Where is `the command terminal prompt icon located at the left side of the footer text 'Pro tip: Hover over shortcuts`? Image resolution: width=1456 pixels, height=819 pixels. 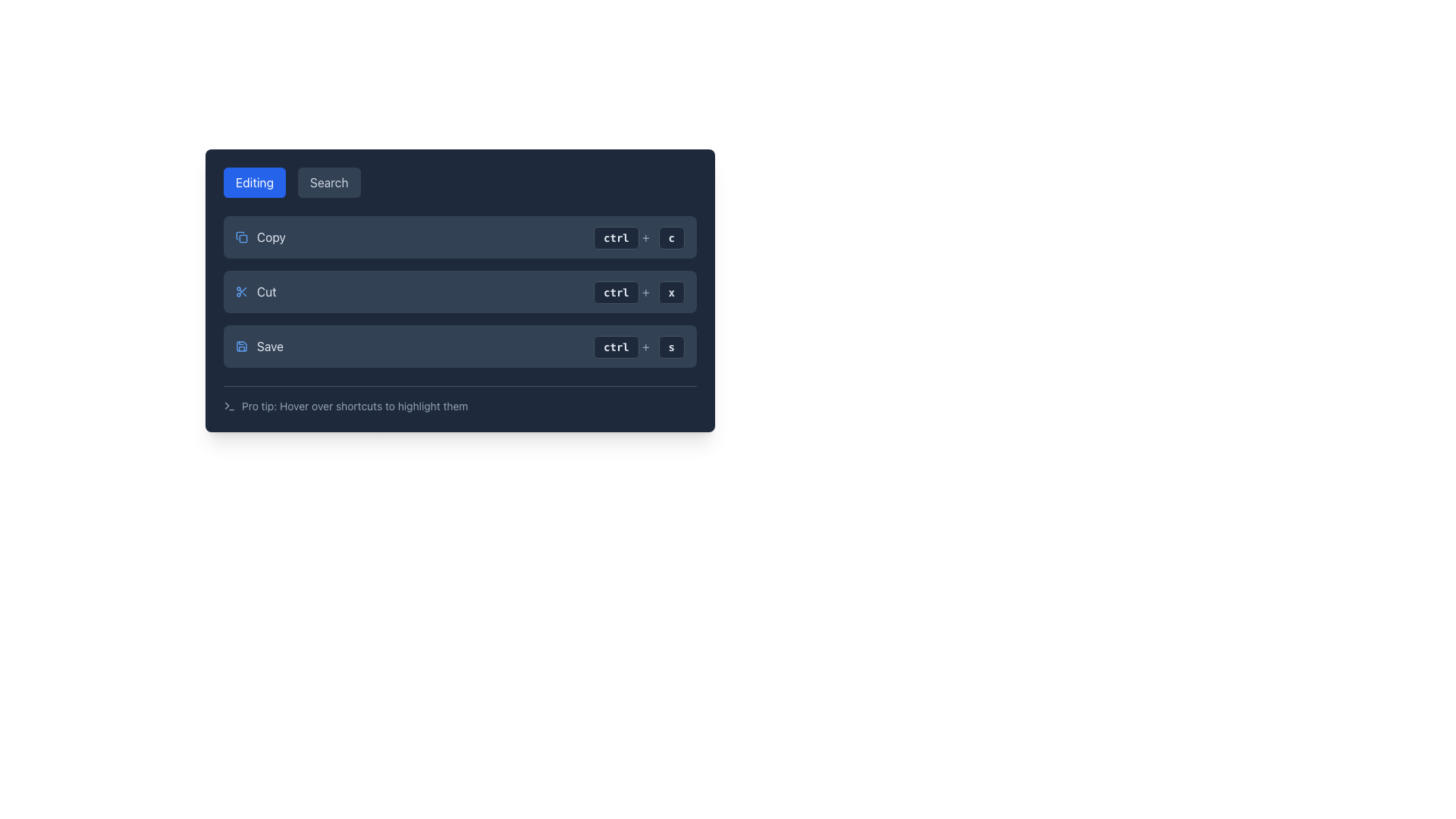 the command terminal prompt icon located at the left side of the footer text 'Pro tip: Hover over shortcuts is located at coordinates (228, 406).